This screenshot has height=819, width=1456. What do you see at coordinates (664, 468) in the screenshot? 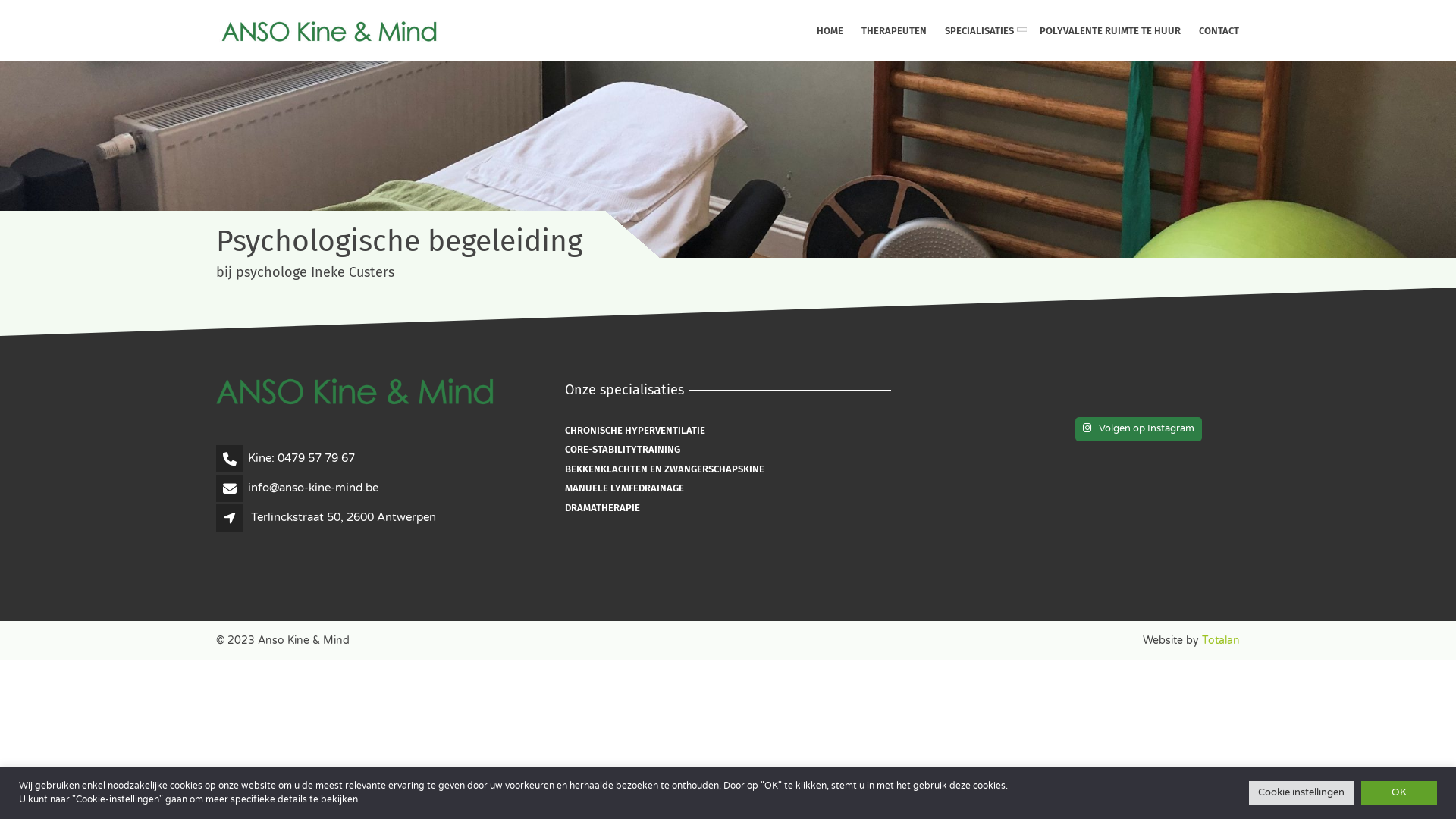
I see `'BEKKENKLACHTEN EN ZWANGERSCHAPSKINE'` at bounding box center [664, 468].